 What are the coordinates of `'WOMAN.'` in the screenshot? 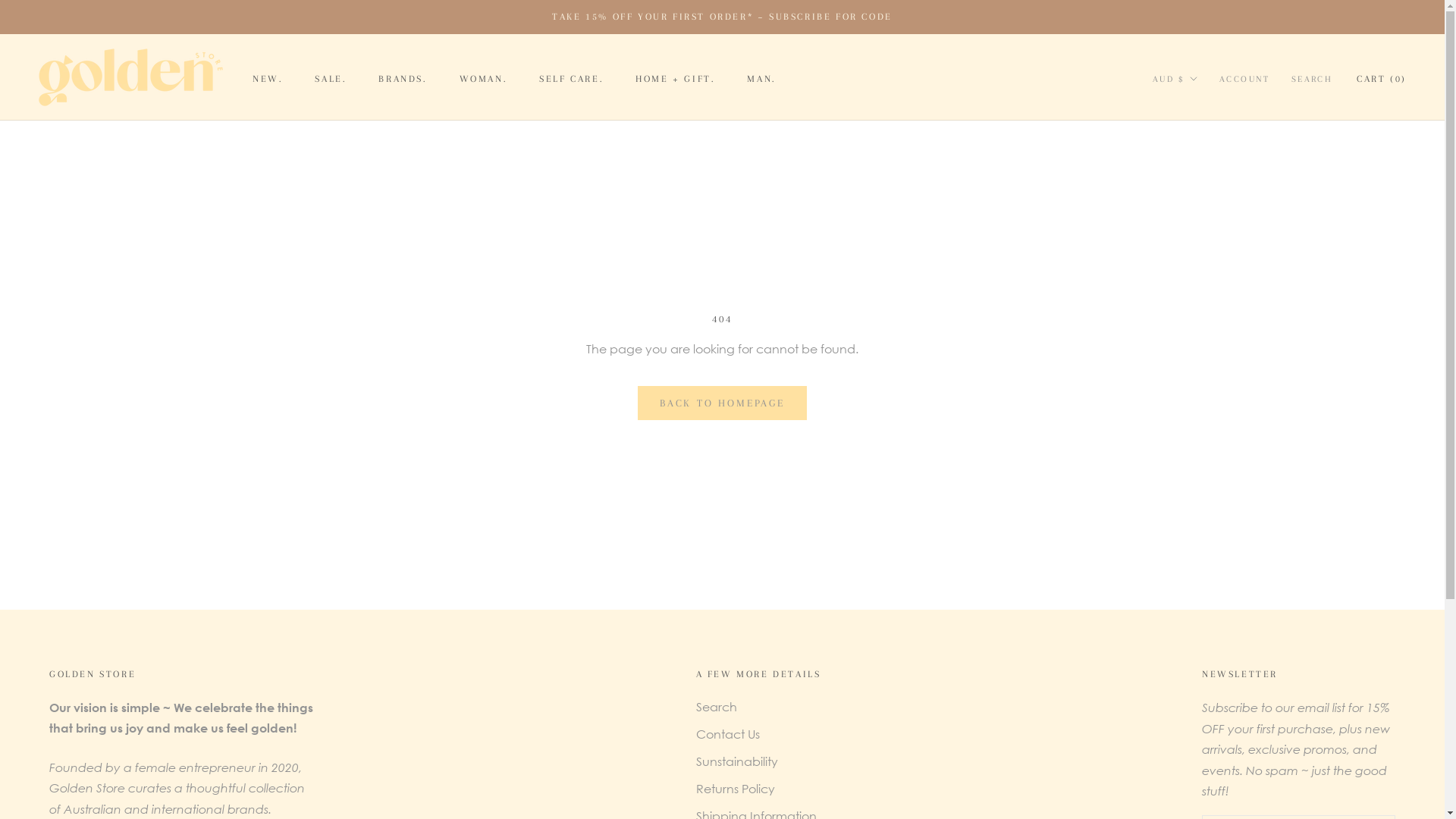 It's located at (483, 79).